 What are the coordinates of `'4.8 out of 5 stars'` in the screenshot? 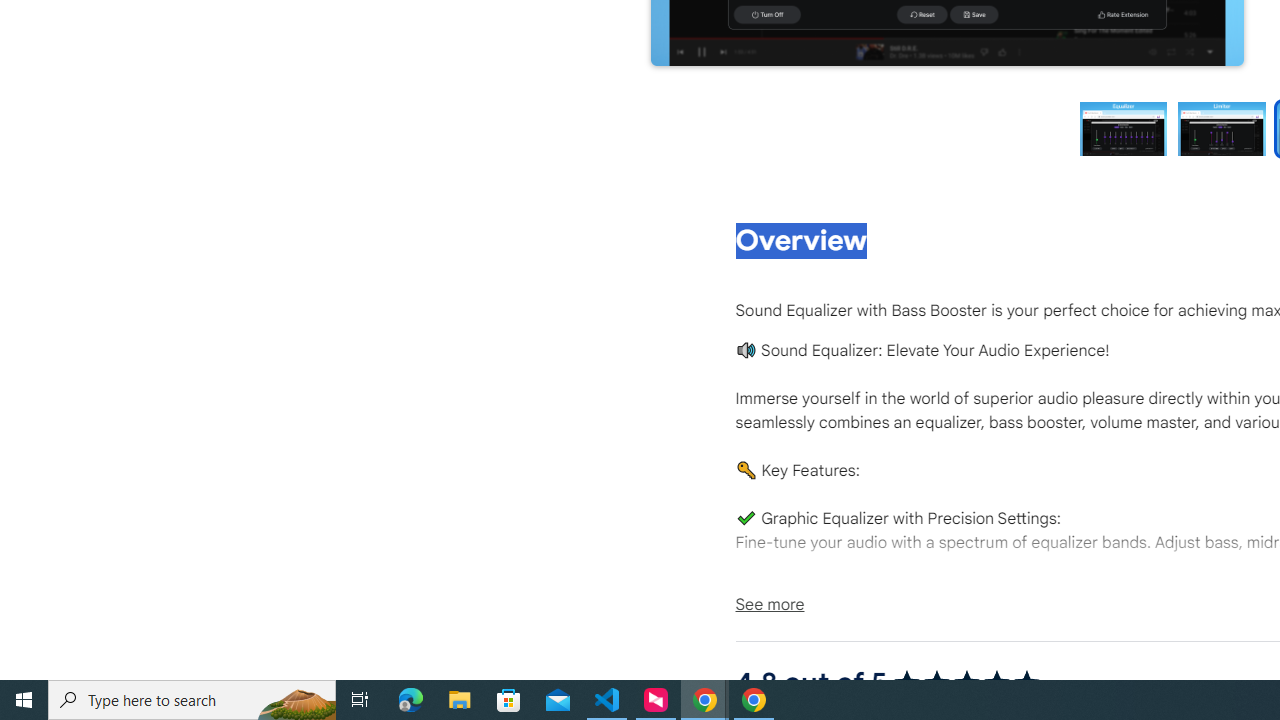 It's located at (966, 681).